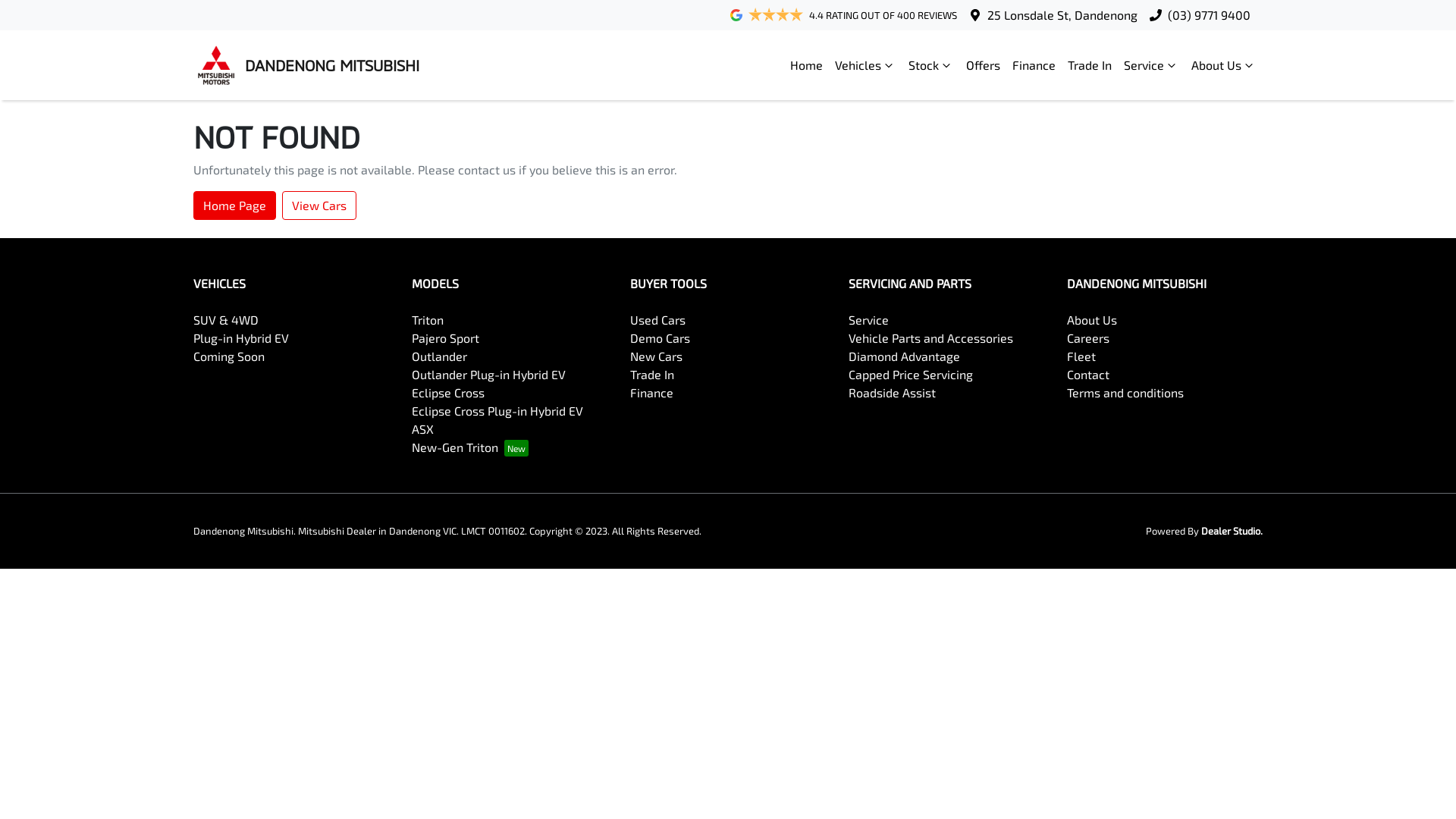  Describe the element at coordinates (1208, 14) in the screenshot. I see `'(03) 9771 9400'` at that location.